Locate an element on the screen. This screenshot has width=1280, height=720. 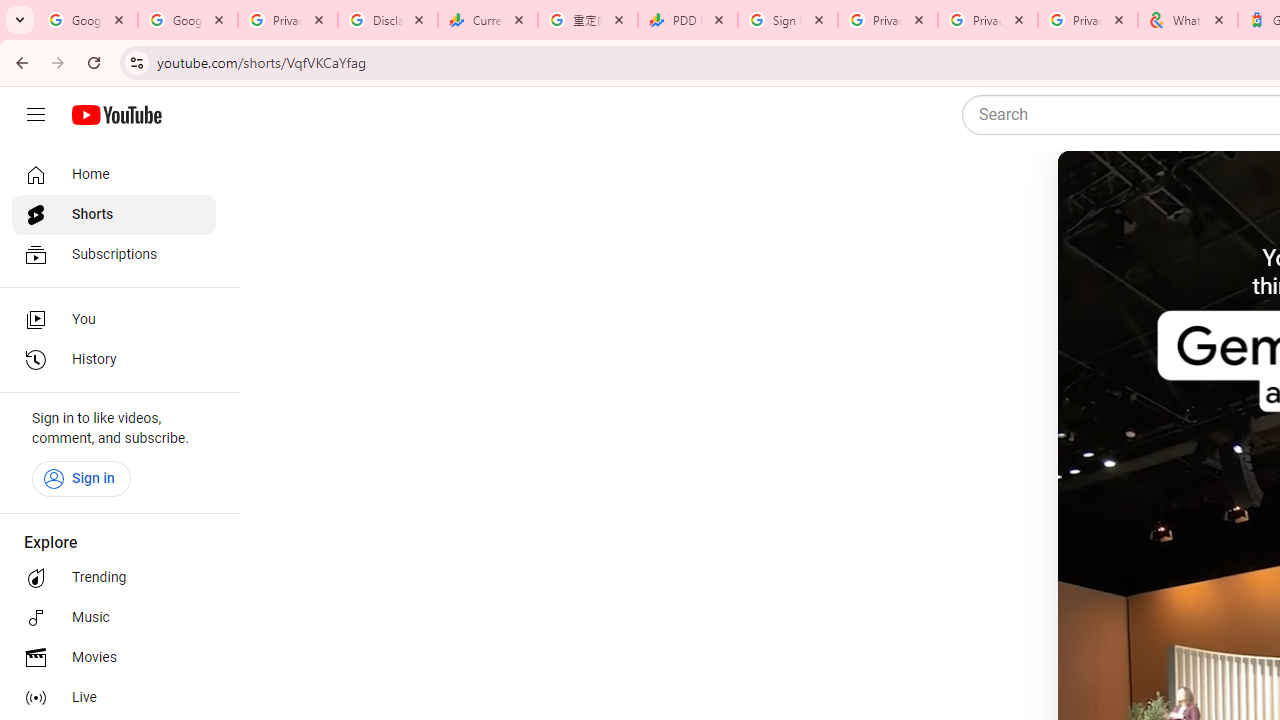
'History' is located at coordinates (112, 360).